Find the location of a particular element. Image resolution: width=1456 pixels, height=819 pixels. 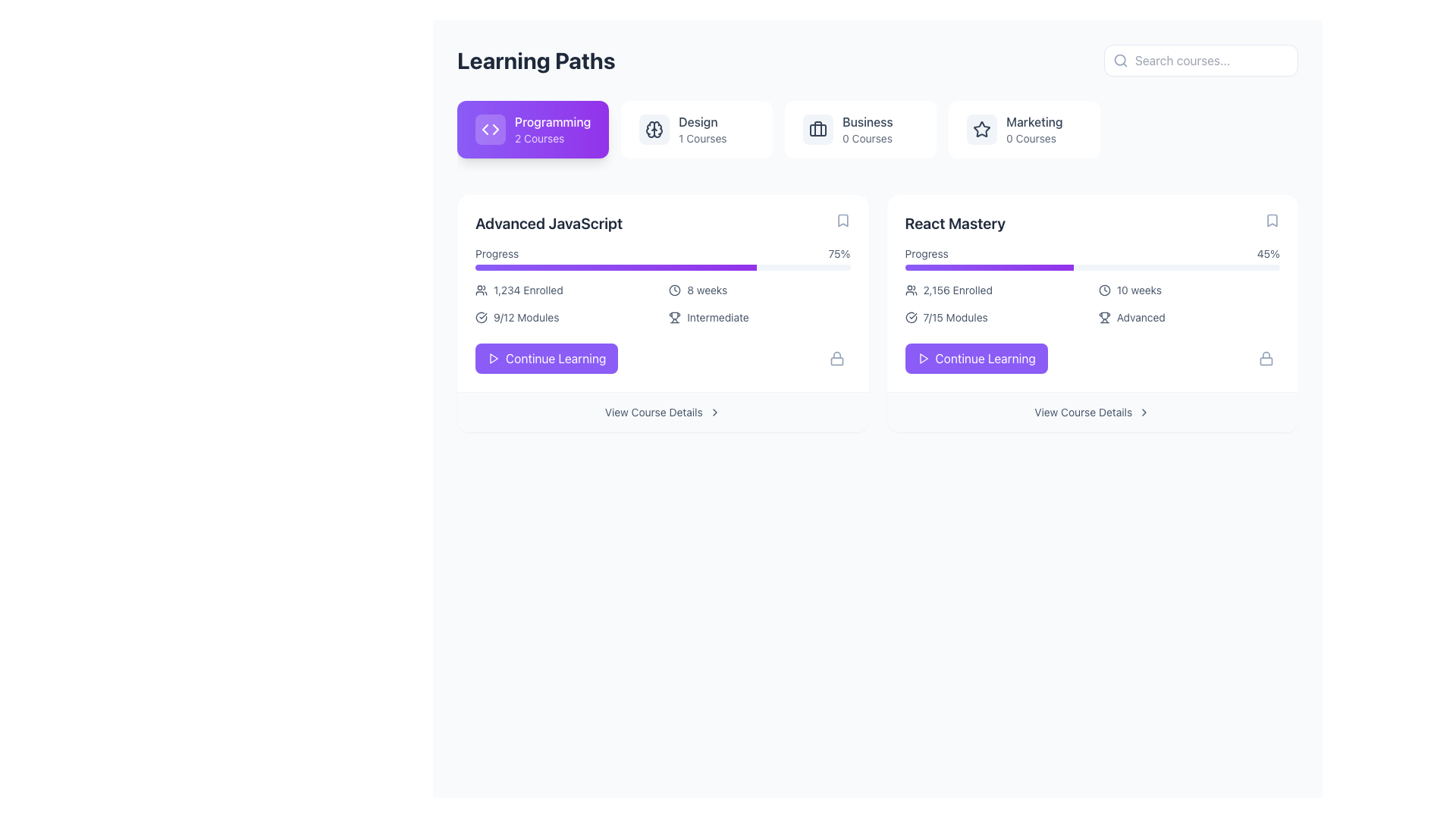

the button located in the bottom-right section of the 'React Mastery' card is located at coordinates (976, 359).